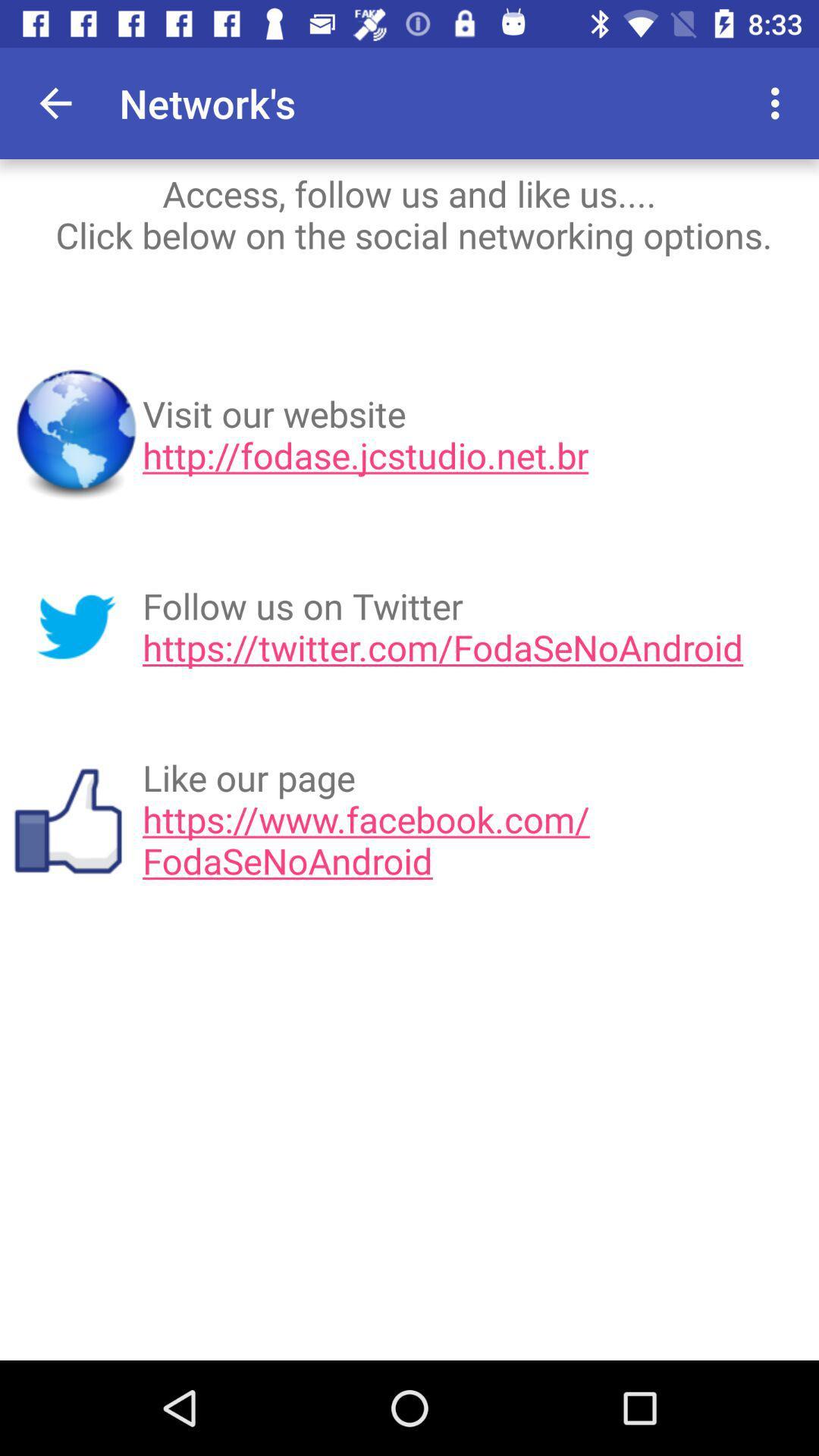 The height and width of the screenshot is (1456, 819). I want to click on item next to network's app, so click(55, 102).